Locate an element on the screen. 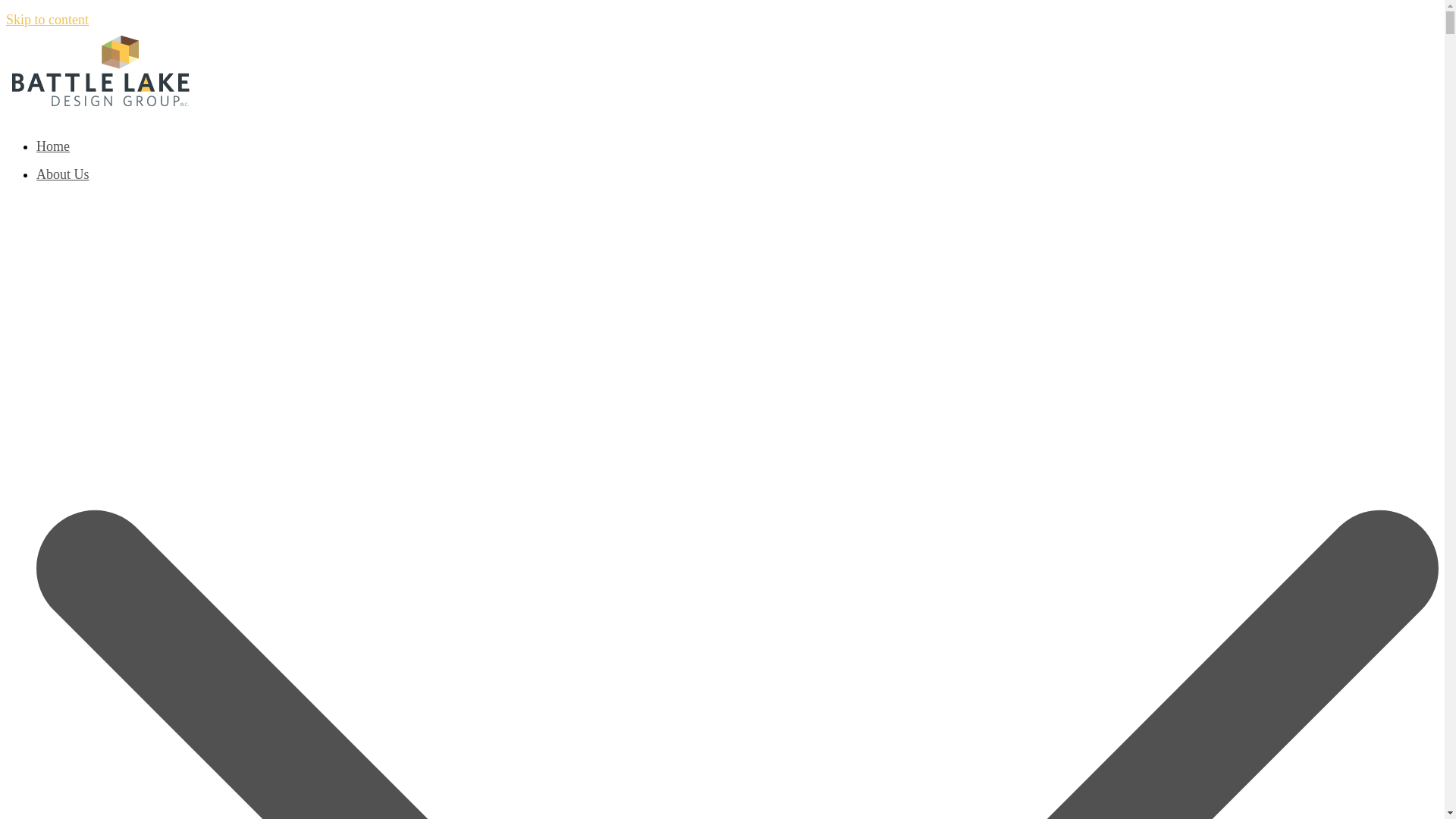  'Skip to content' is located at coordinates (6, 20).